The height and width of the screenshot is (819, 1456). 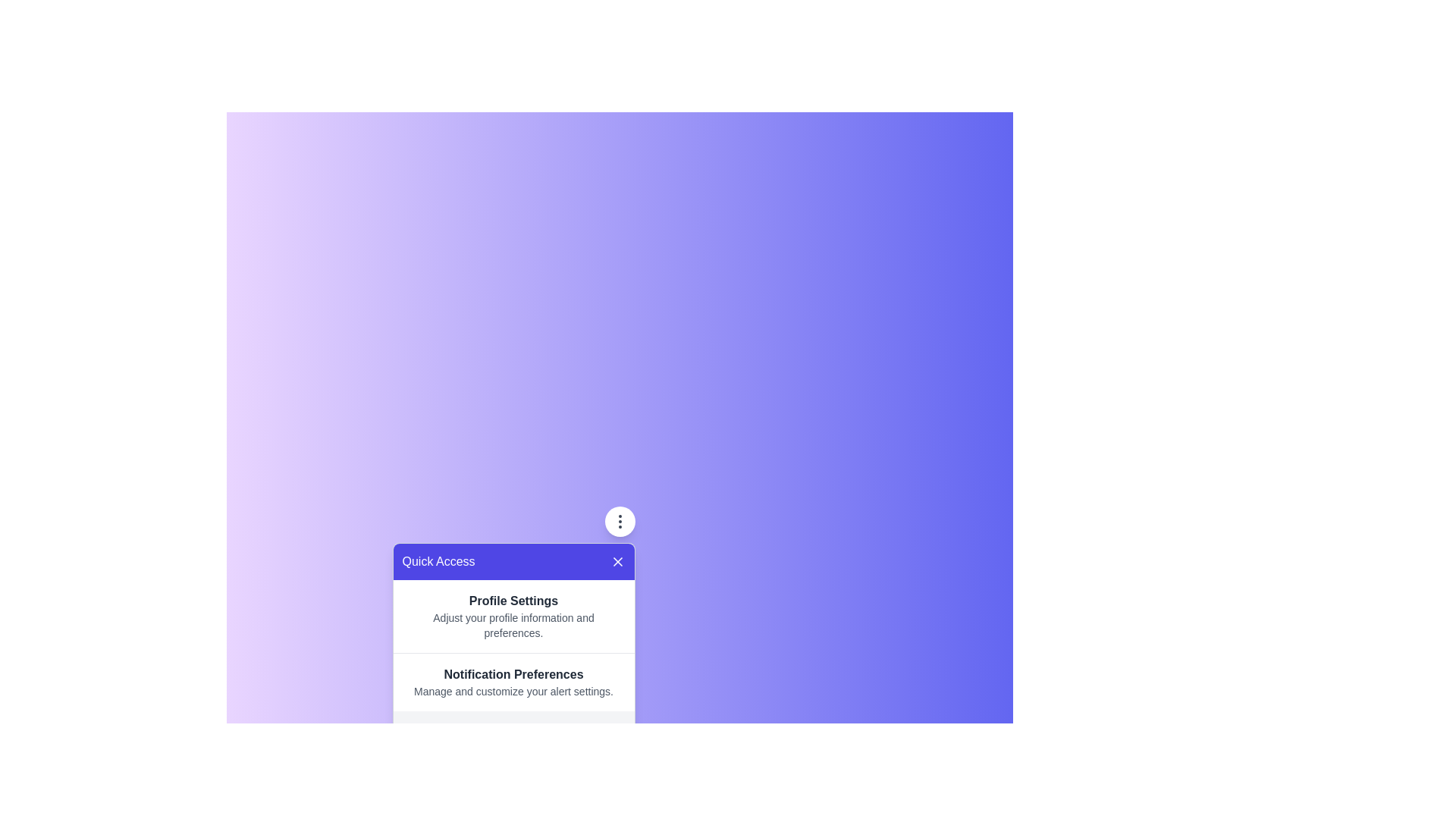 I want to click on the text description 'Manage and customize your alert settings.' which is styled in a smaller, light gray font and located beneath the bold heading 'Notification Preferences.', so click(x=513, y=691).